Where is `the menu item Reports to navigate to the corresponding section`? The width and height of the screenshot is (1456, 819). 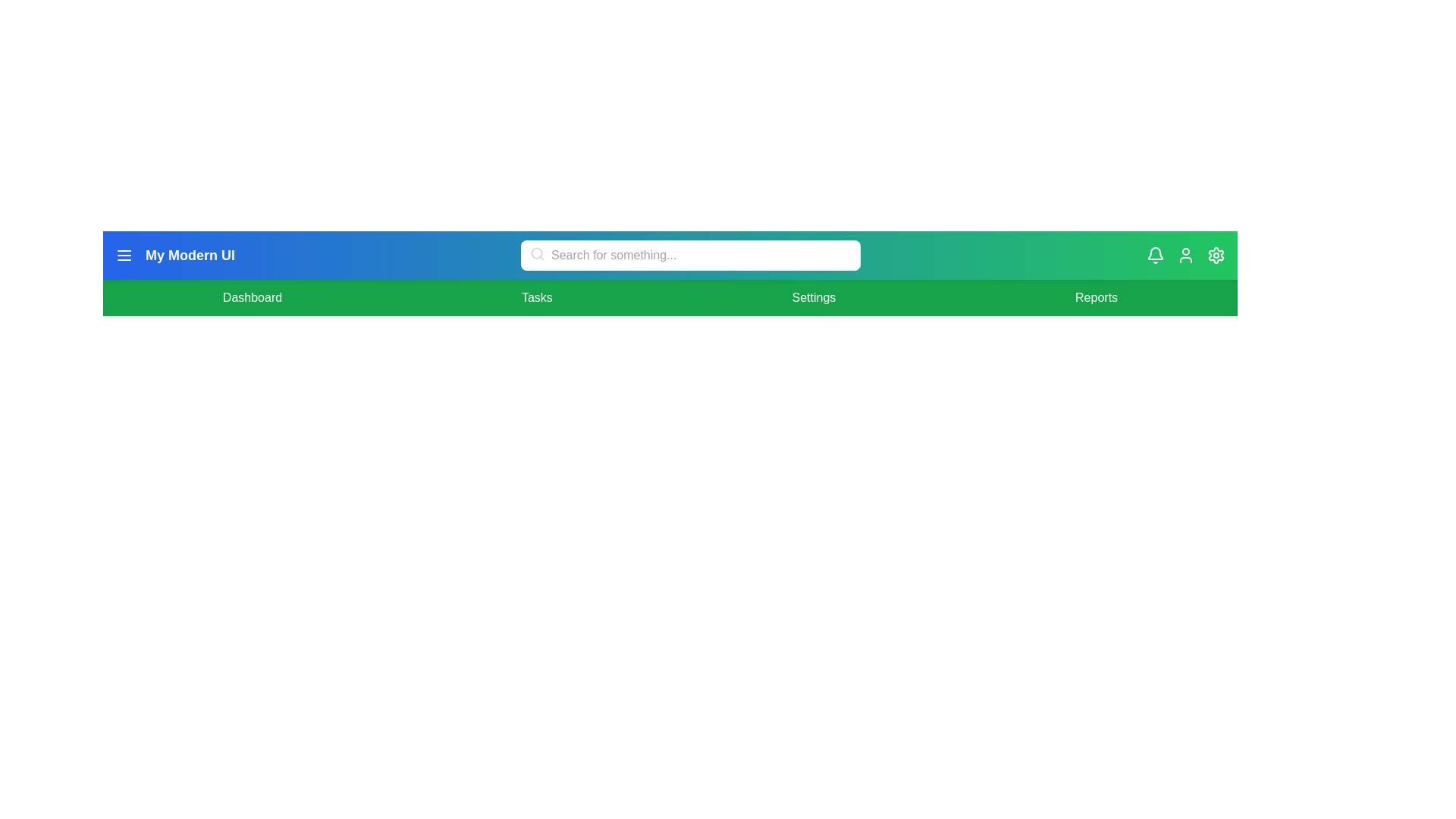 the menu item Reports to navigate to the corresponding section is located at coordinates (1096, 298).